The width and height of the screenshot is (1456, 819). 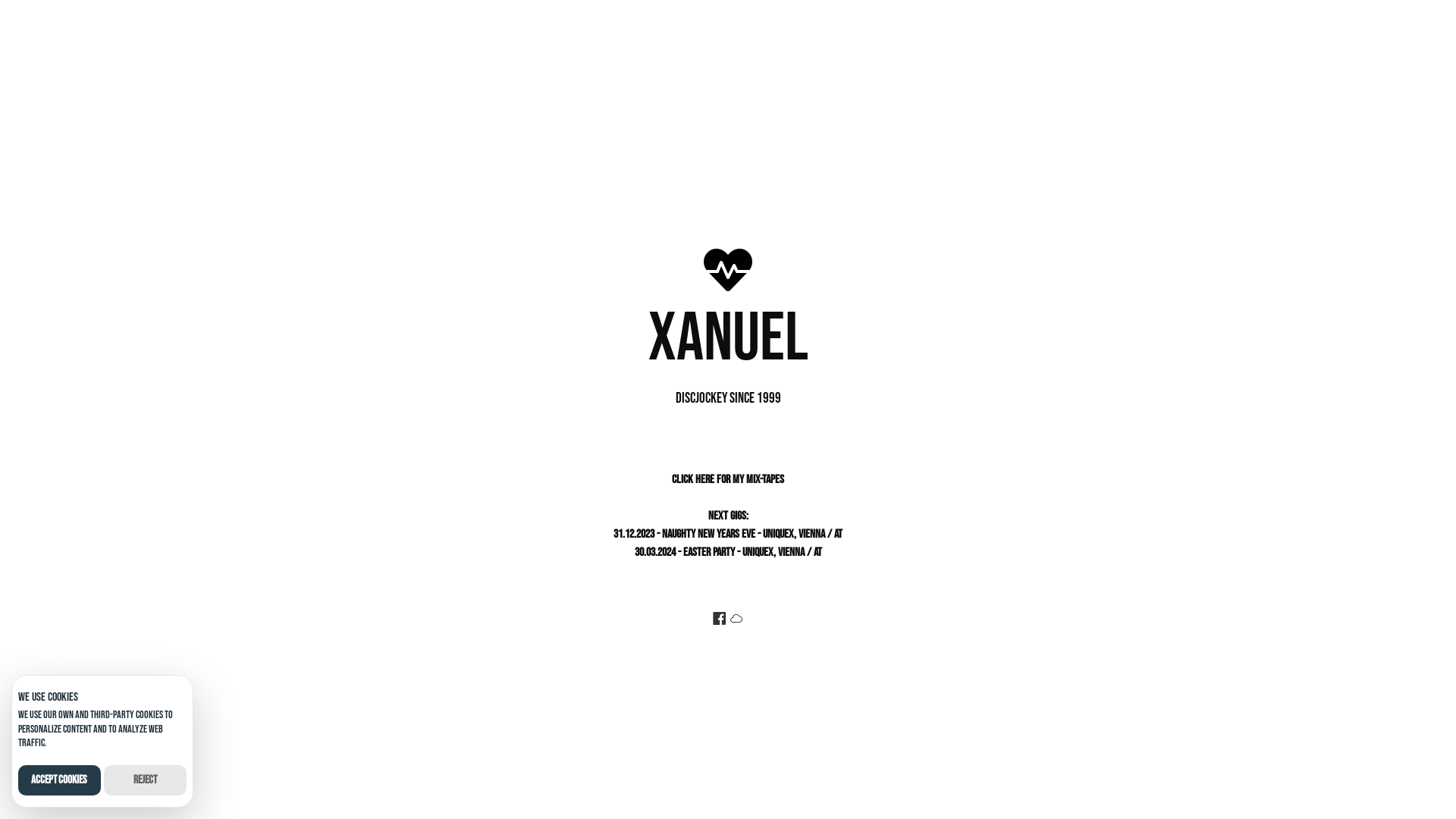 What do you see at coordinates (728, 479) in the screenshot?
I see `'CLICK HERE FOR MY MIX-TAPES'` at bounding box center [728, 479].